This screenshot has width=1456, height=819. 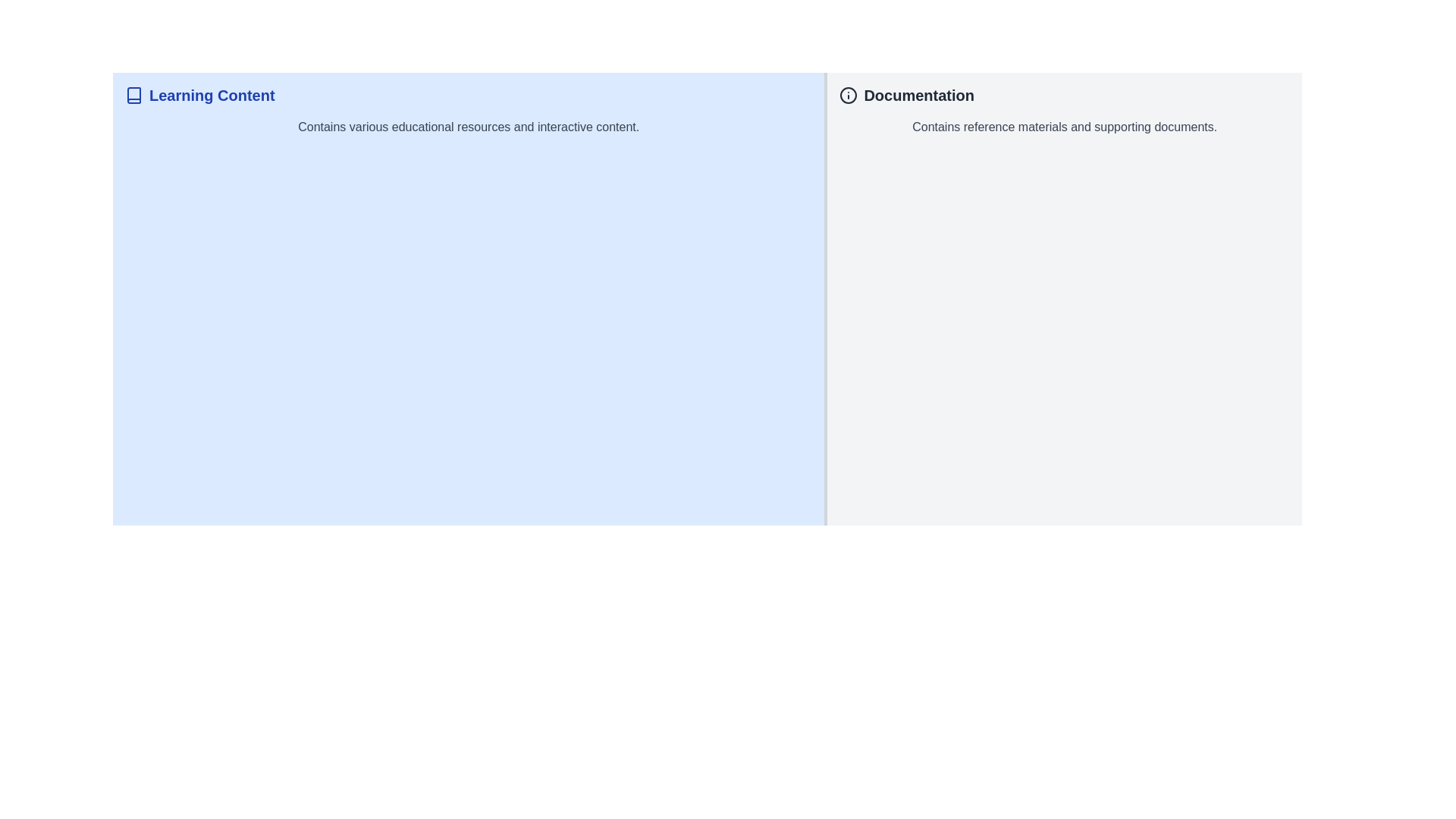 I want to click on the book icon located at the top-left corner of the left column, adjacent to the text label 'Learning Content' for context, so click(x=134, y=96).